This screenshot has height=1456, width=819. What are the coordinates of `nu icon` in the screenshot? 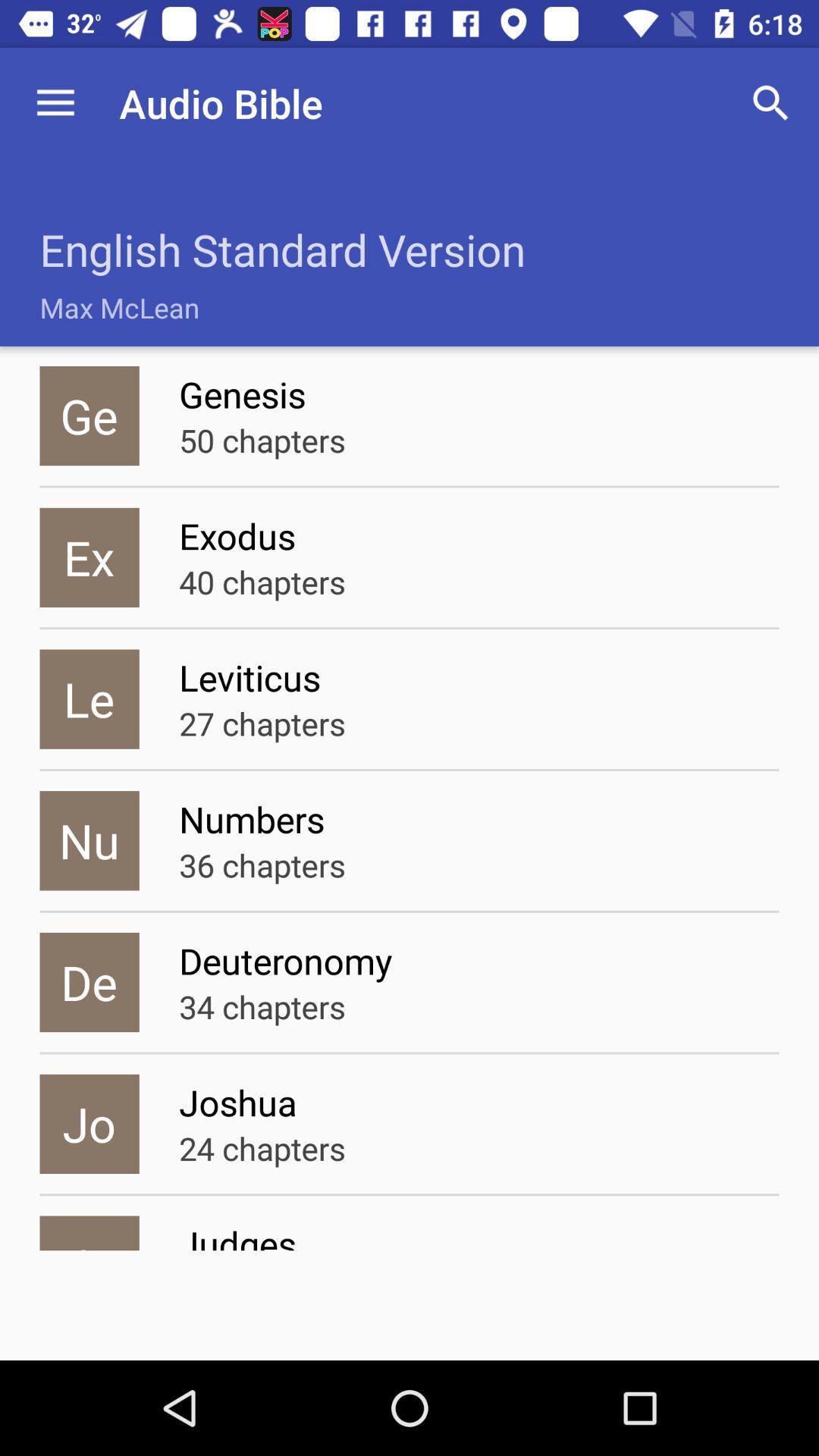 It's located at (89, 839).